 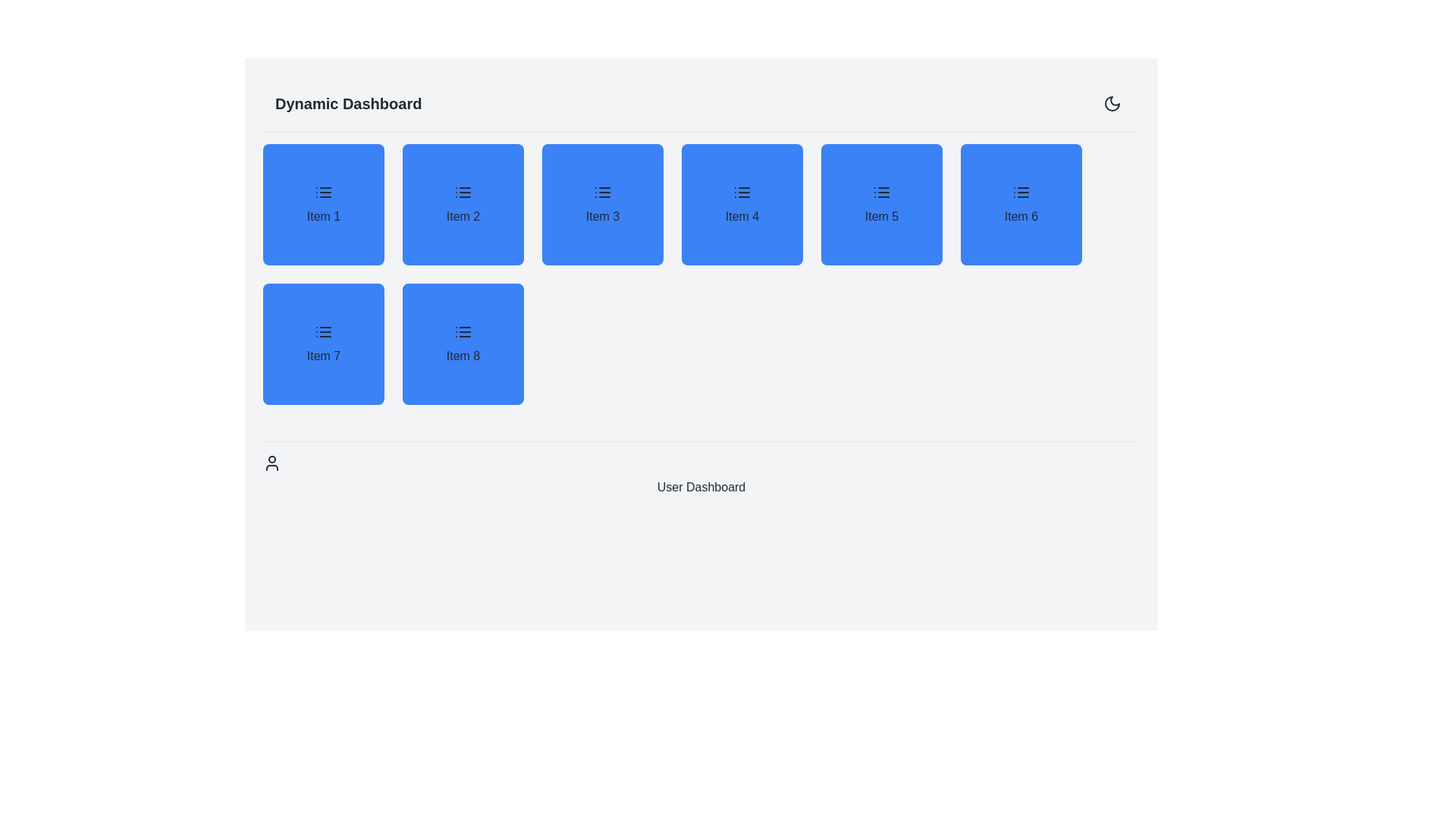 I want to click on the text element displaying 'Item 8', so click(x=462, y=356).